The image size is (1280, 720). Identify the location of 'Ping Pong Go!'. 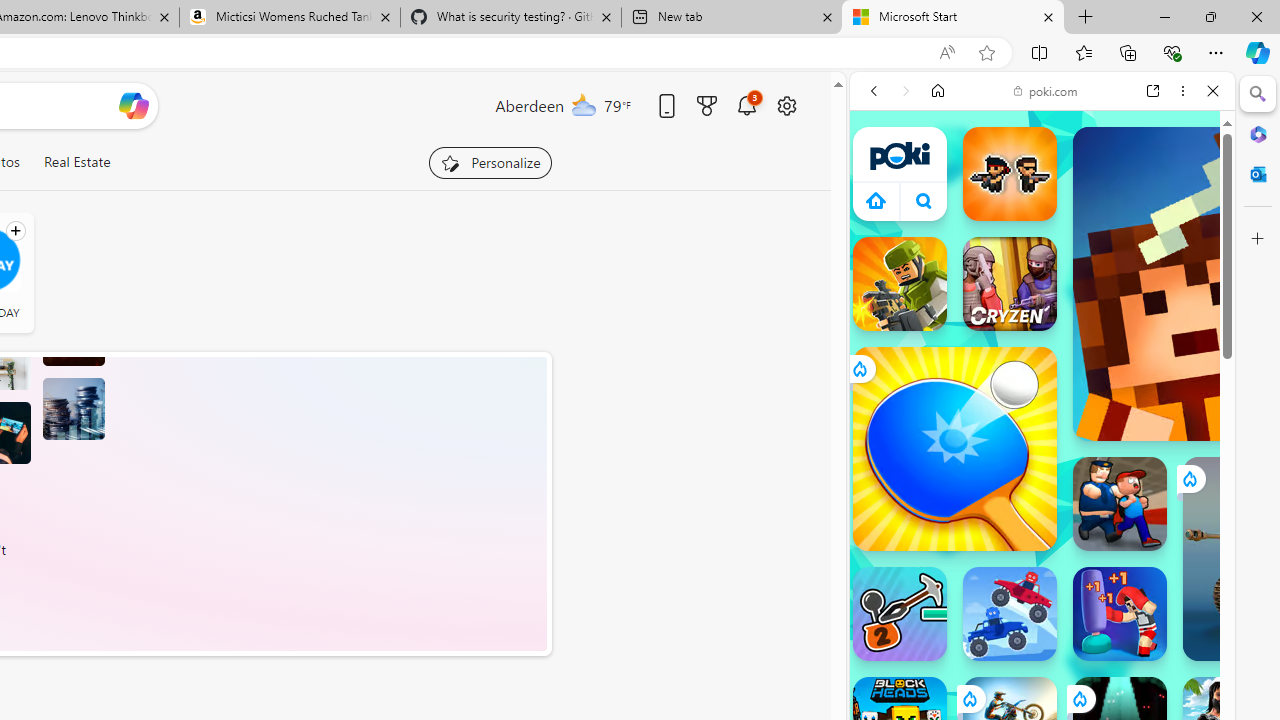
(953, 447).